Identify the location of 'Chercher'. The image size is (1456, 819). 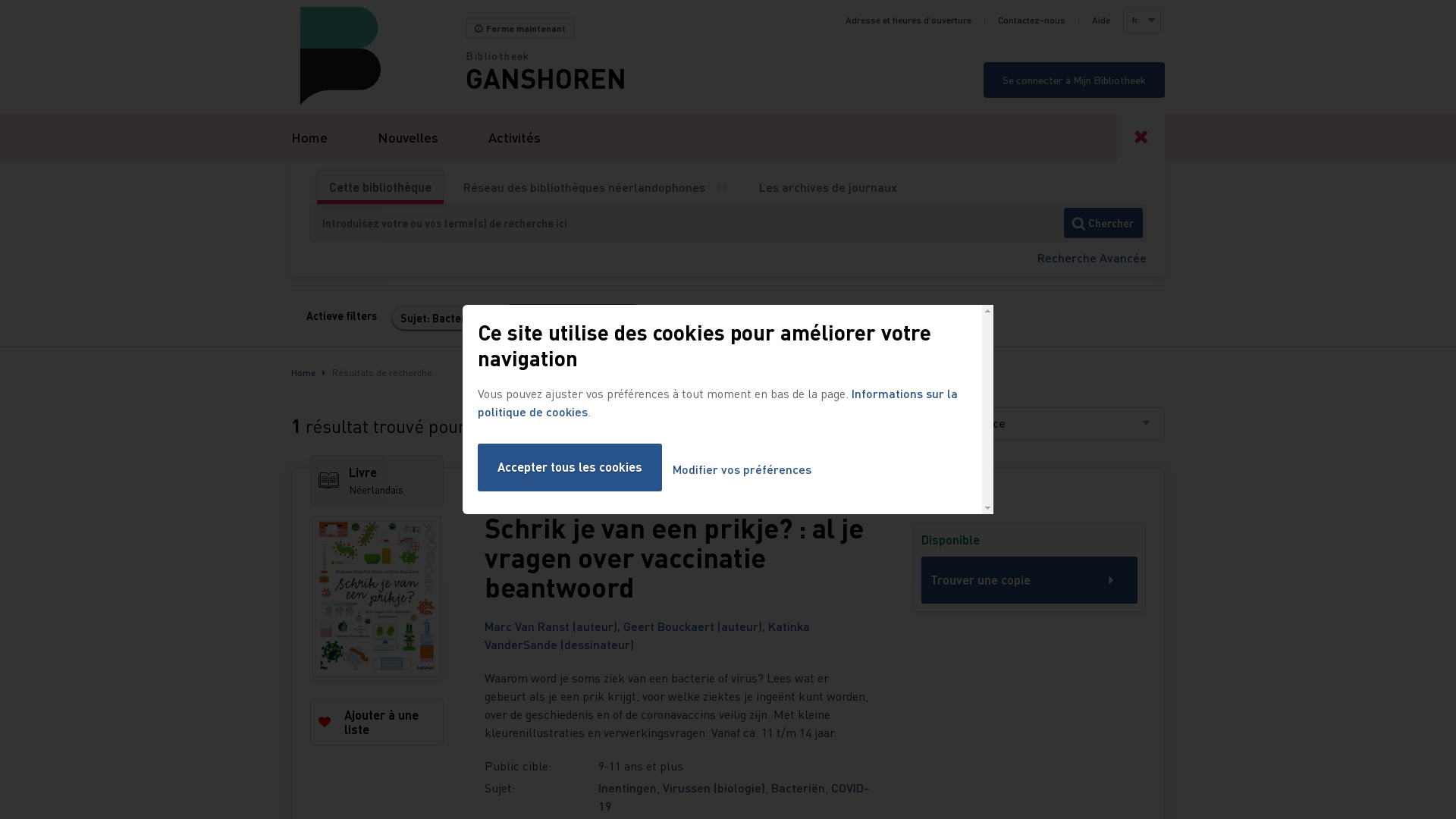
(1103, 222).